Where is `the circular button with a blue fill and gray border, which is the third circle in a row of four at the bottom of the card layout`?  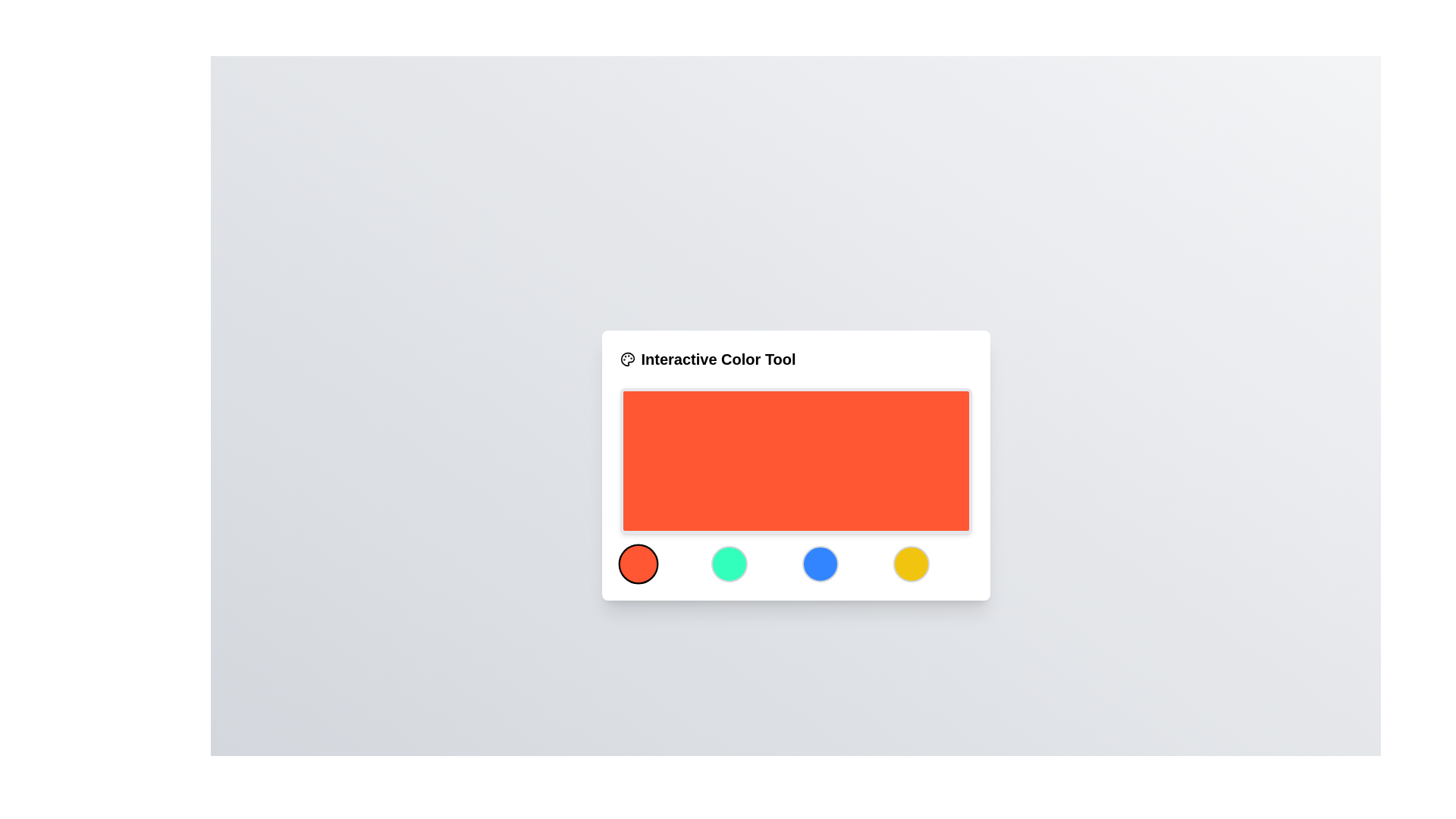
the circular button with a blue fill and gray border, which is the third circle in a row of four at the bottom of the card layout is located at coordinates (819, 564).